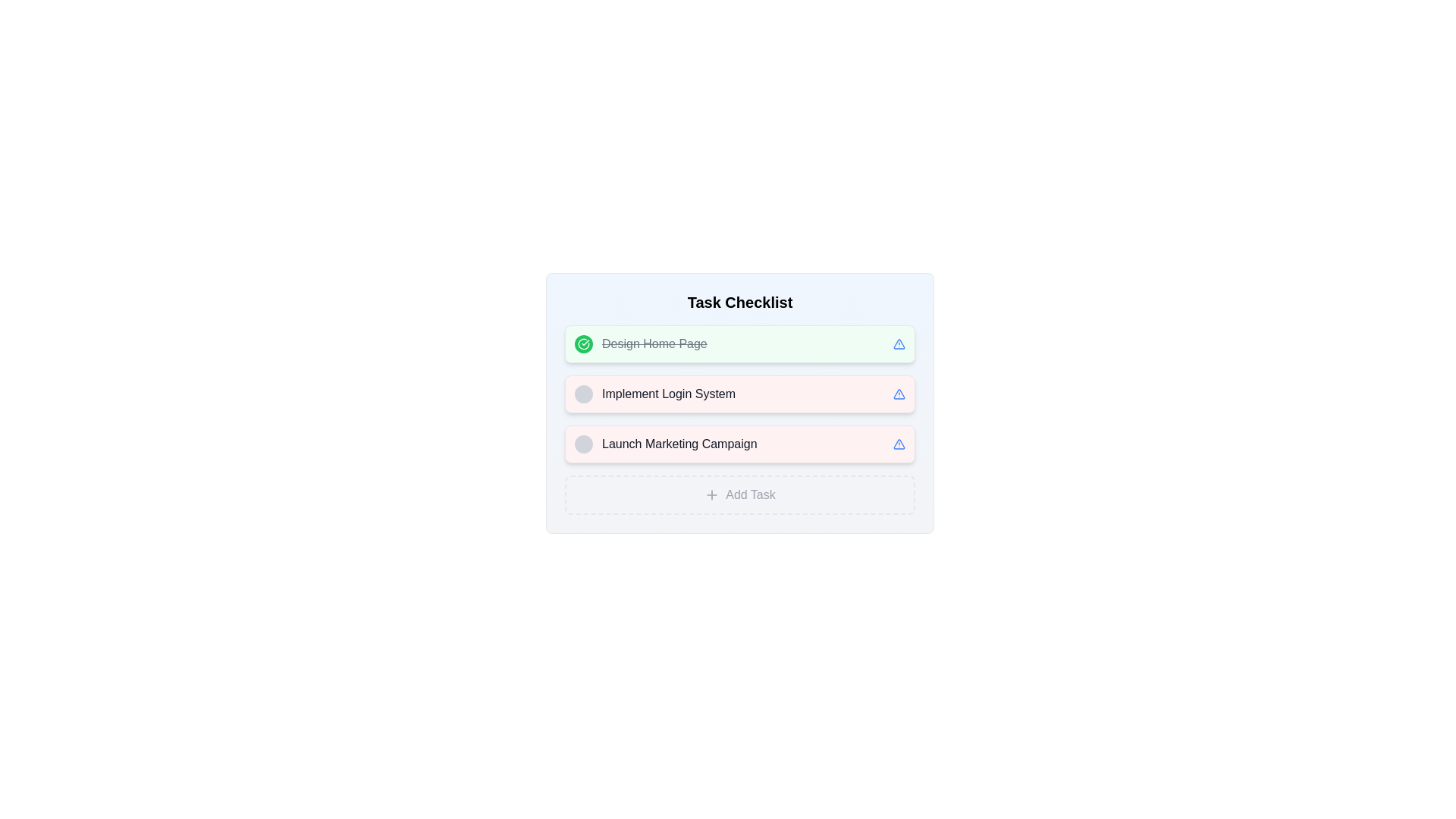 This screenshot has width=1456, height=819. Describe the element at coordinates (654, 344) in the screenshot. I see `the checklist task labeled 'Design Home Page', which is visually indicated as completed with a strikethrough style and is the first item in the checklist interface` at that location.